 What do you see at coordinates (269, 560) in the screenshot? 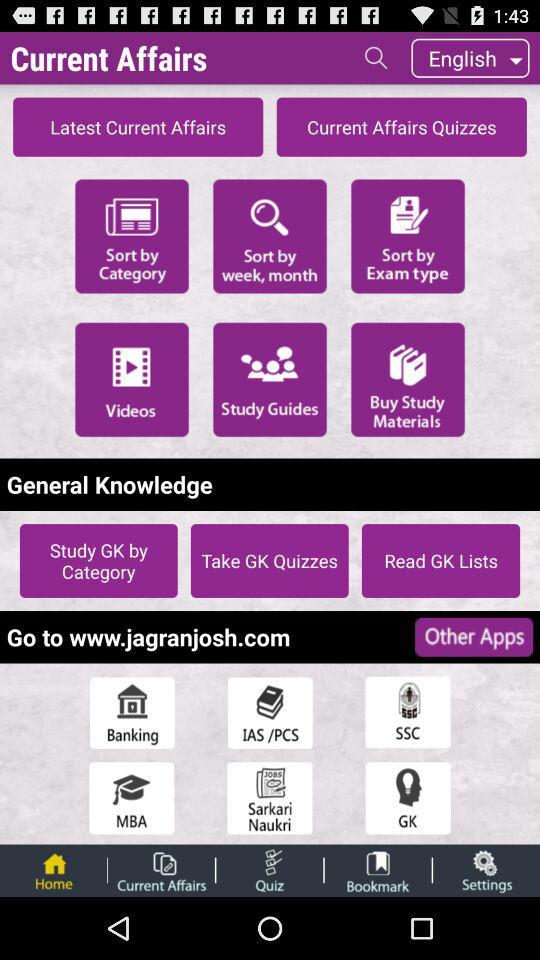
I see `icon to the left of read gk lists item` at bounding box center [269, 560].